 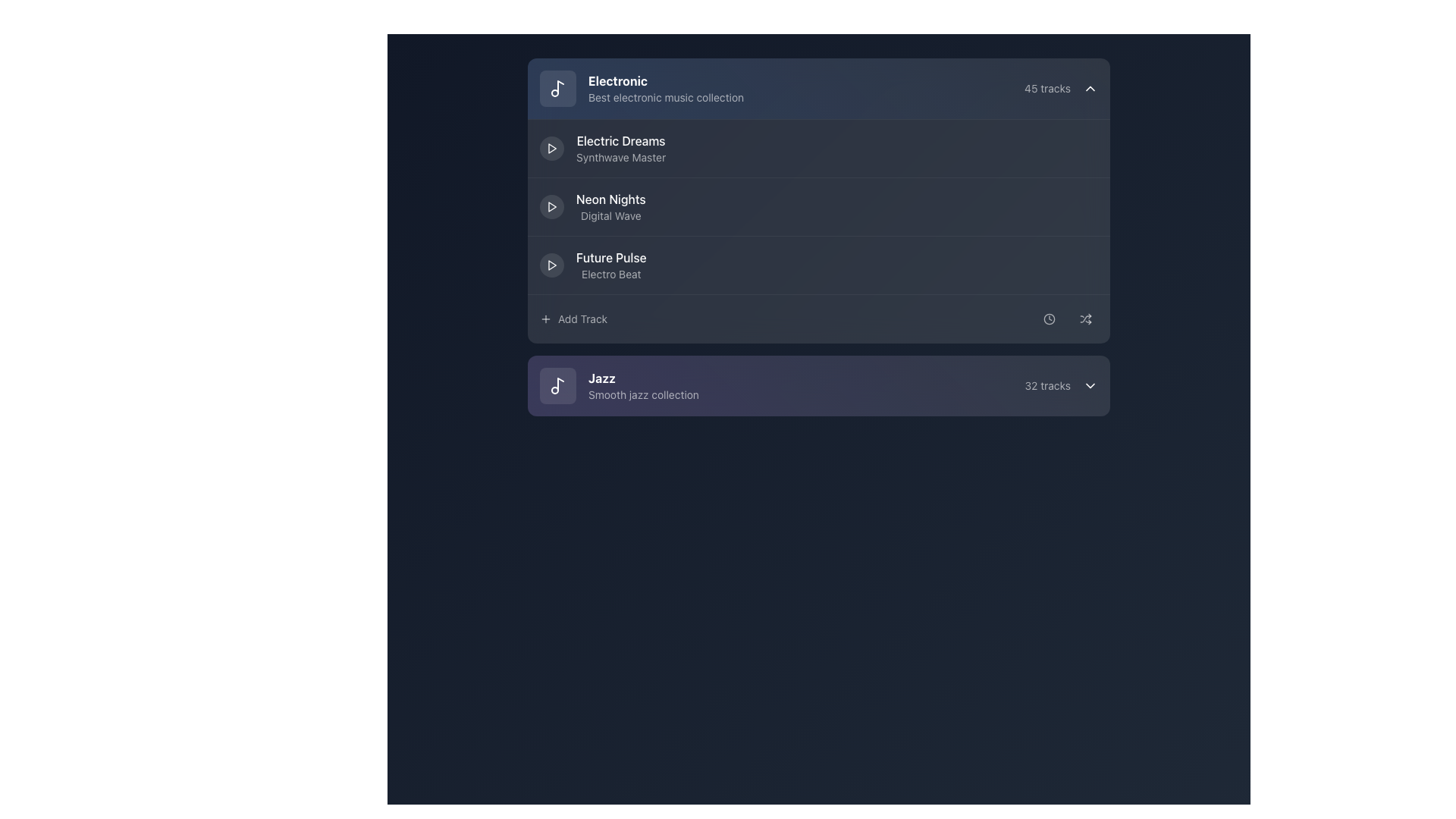 What do you see at coordinates (1084, 318) in the screenshot?
I see `the shuffle button in the 'Electronic' music collection section, which is the second button from the right in its group` at bounding box center [1084, 318].